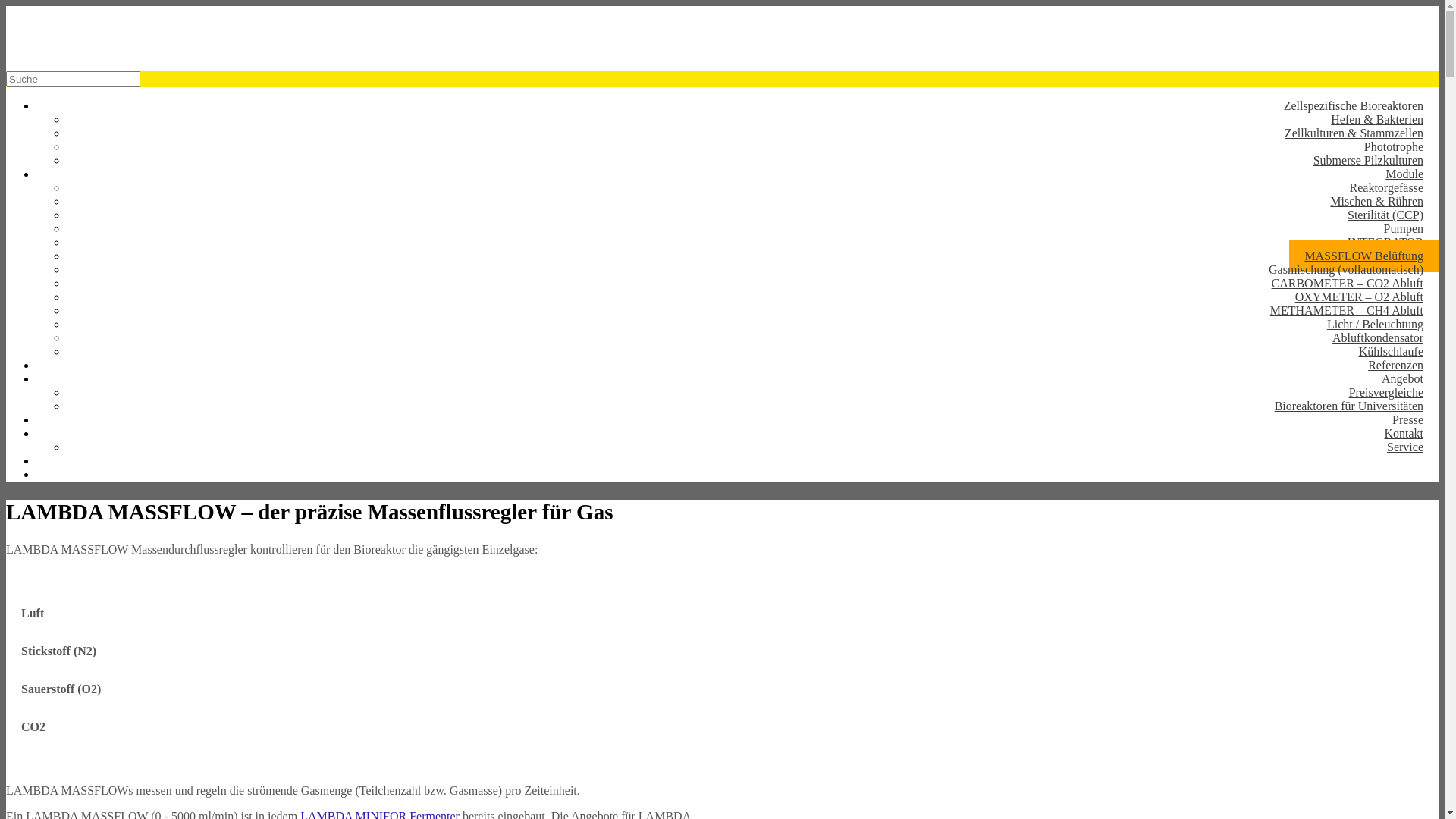  What do you see at coordinates (1269, 105) in the screenshot?
I see `'Zellspezifische Bioreaktoren'` at bounding box center [1269, 105].